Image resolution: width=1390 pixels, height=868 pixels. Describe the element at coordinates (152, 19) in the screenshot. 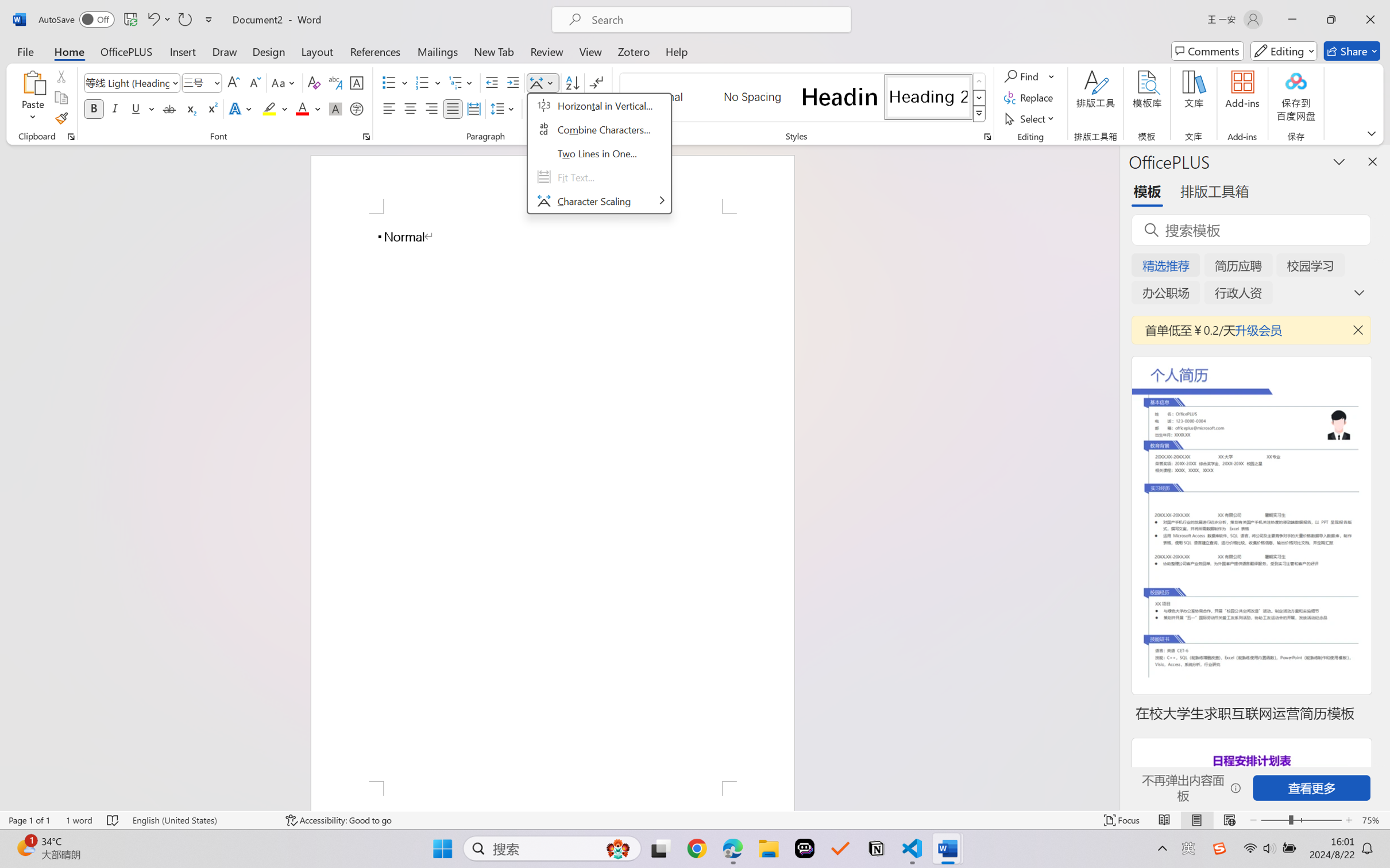

I see `'Undo Typing'` at that location.